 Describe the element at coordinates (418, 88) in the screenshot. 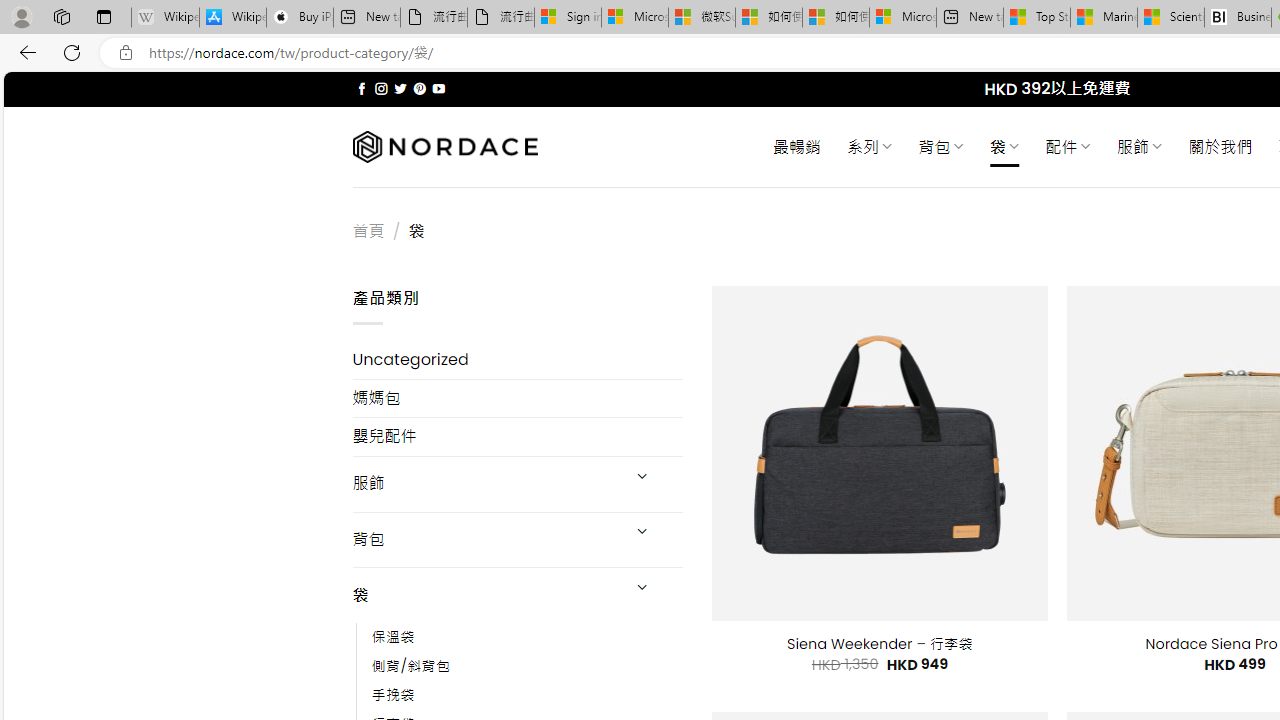

I see `'Follow on Pinterest'` at that location.